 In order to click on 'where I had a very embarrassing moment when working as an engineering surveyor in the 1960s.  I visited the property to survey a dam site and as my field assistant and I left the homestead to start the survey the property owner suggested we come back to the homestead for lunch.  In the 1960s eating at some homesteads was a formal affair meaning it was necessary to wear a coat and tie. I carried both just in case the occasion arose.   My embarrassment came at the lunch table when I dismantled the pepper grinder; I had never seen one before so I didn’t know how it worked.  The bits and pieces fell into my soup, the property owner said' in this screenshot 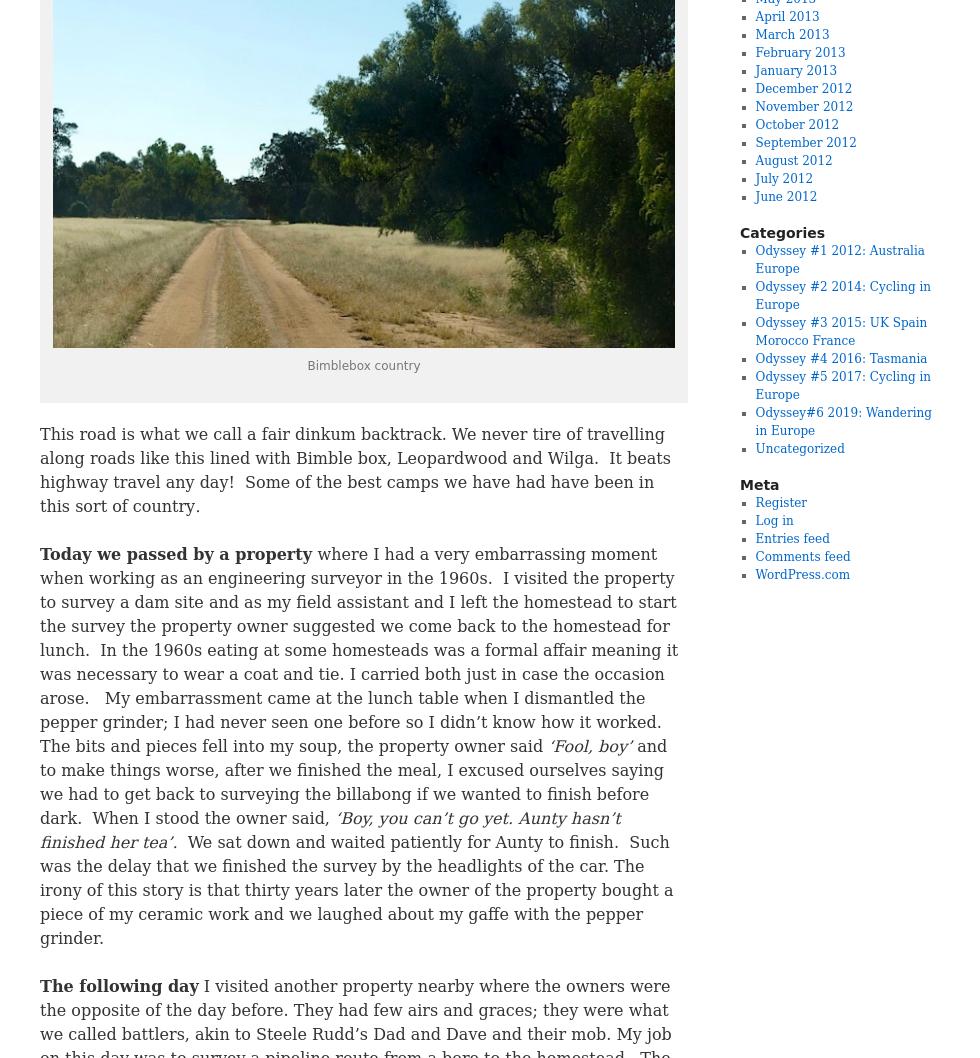, I will do `click(358, 648)`.